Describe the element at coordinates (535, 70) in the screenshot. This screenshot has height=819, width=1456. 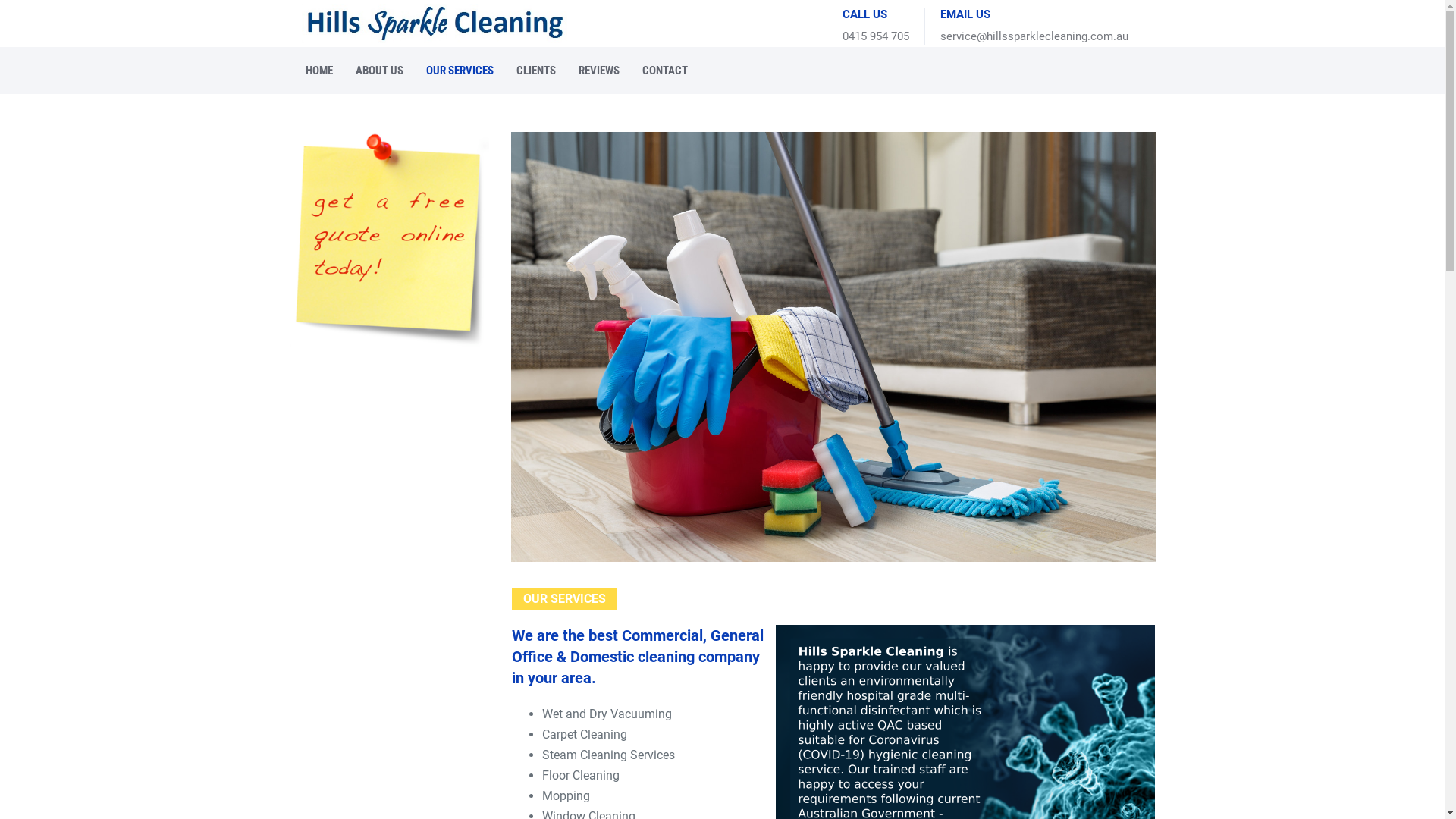
I see `'CLIENTS'` at that location.